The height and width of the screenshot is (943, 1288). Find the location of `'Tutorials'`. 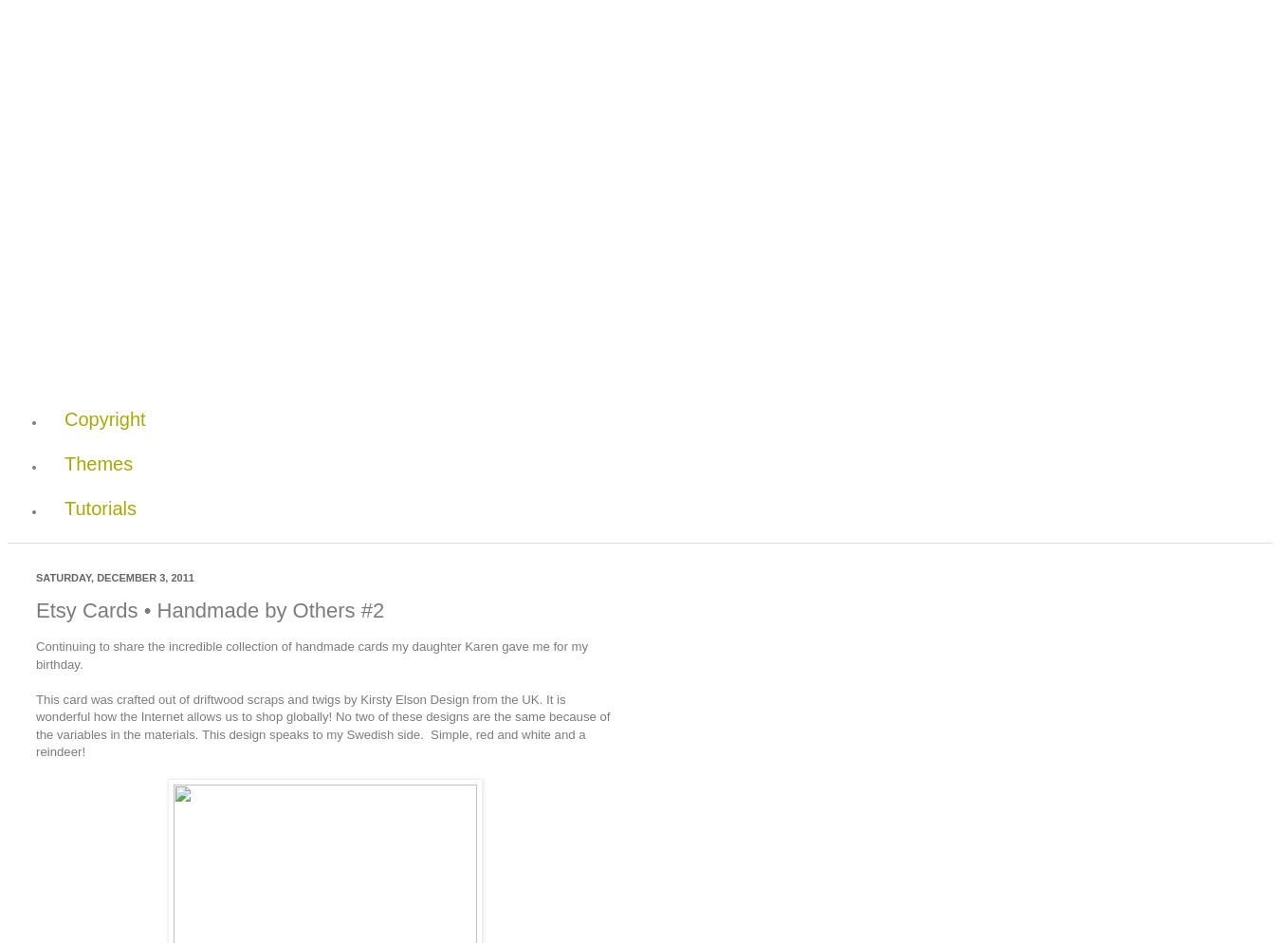

'Tutorials' is located at coordinates (99, 506).